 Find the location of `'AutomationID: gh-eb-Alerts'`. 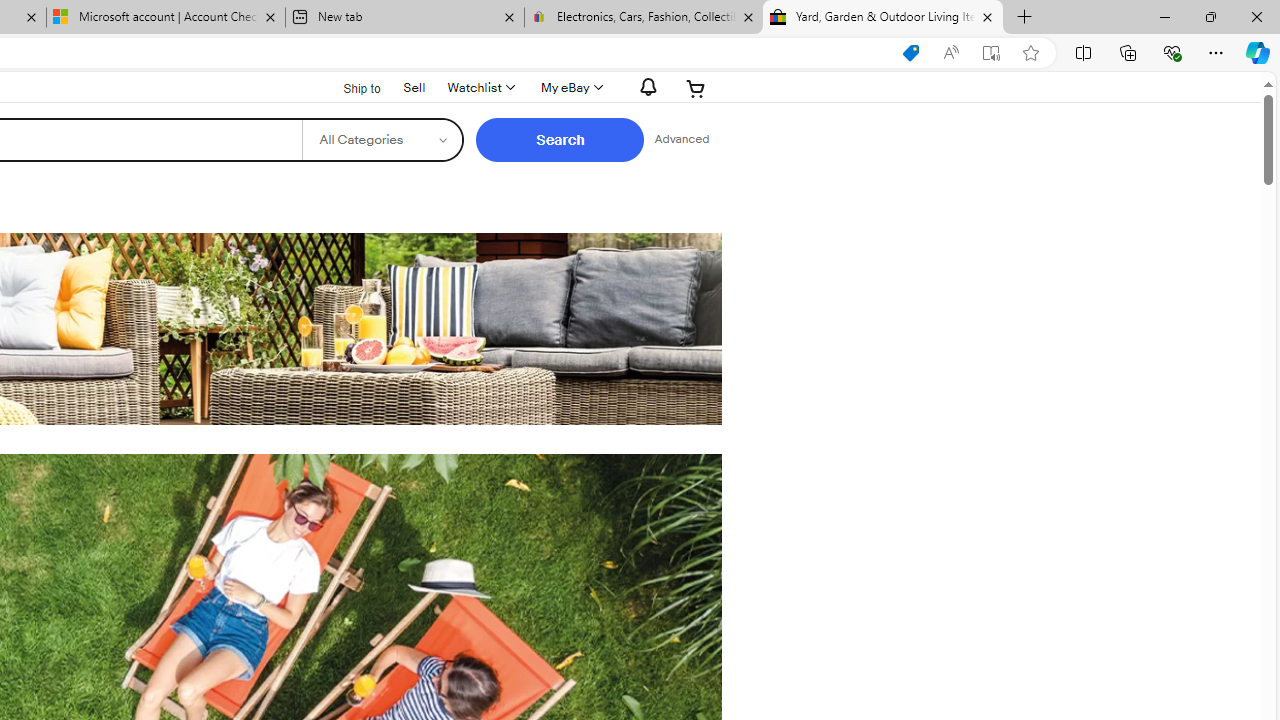

'AutomationID: gh-eb-Alerts' is located at coordinates (645, 86).